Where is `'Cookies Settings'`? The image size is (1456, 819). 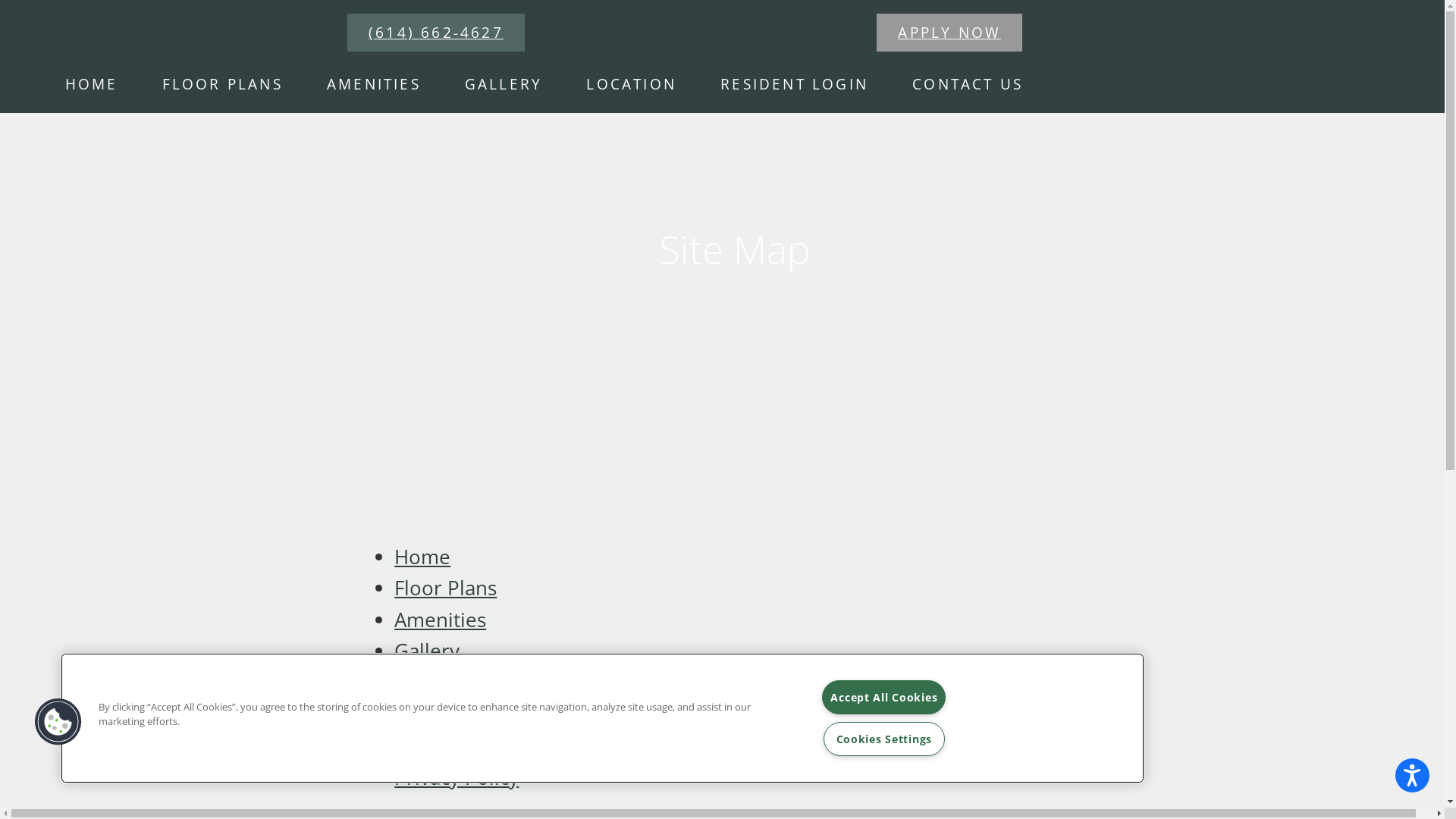
'Cookies Settings' is located at coordinates (884, 738).